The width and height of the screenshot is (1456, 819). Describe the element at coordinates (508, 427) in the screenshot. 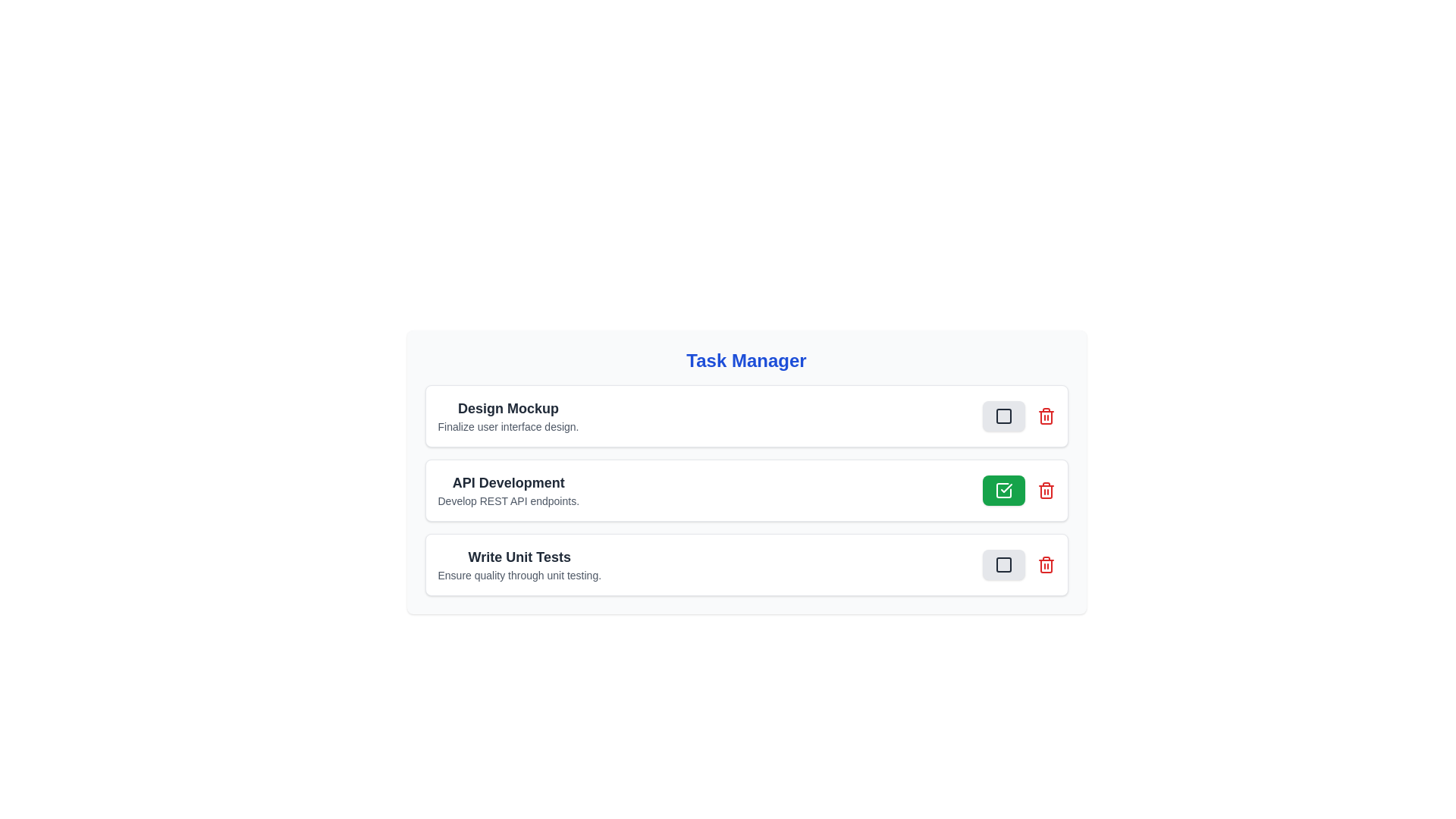

I see `the text label displaying 'Finalize user interface design.' located below the 'Design Mockup' title` at that location.